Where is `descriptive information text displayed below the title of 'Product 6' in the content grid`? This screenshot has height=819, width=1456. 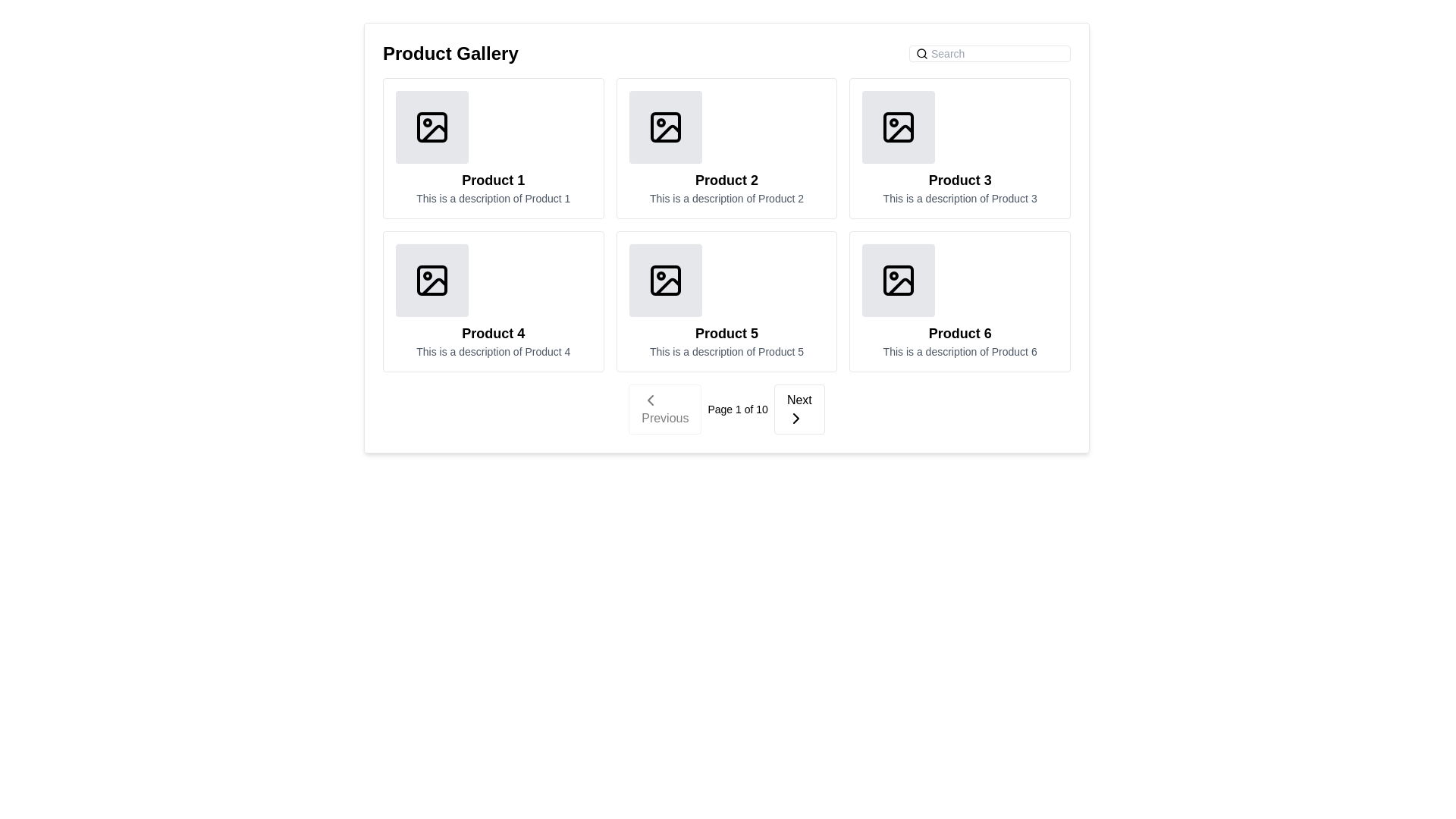
descriptive information text displayed below the title of 'Product 6' in the content grid is located at coordinates (959, 351).